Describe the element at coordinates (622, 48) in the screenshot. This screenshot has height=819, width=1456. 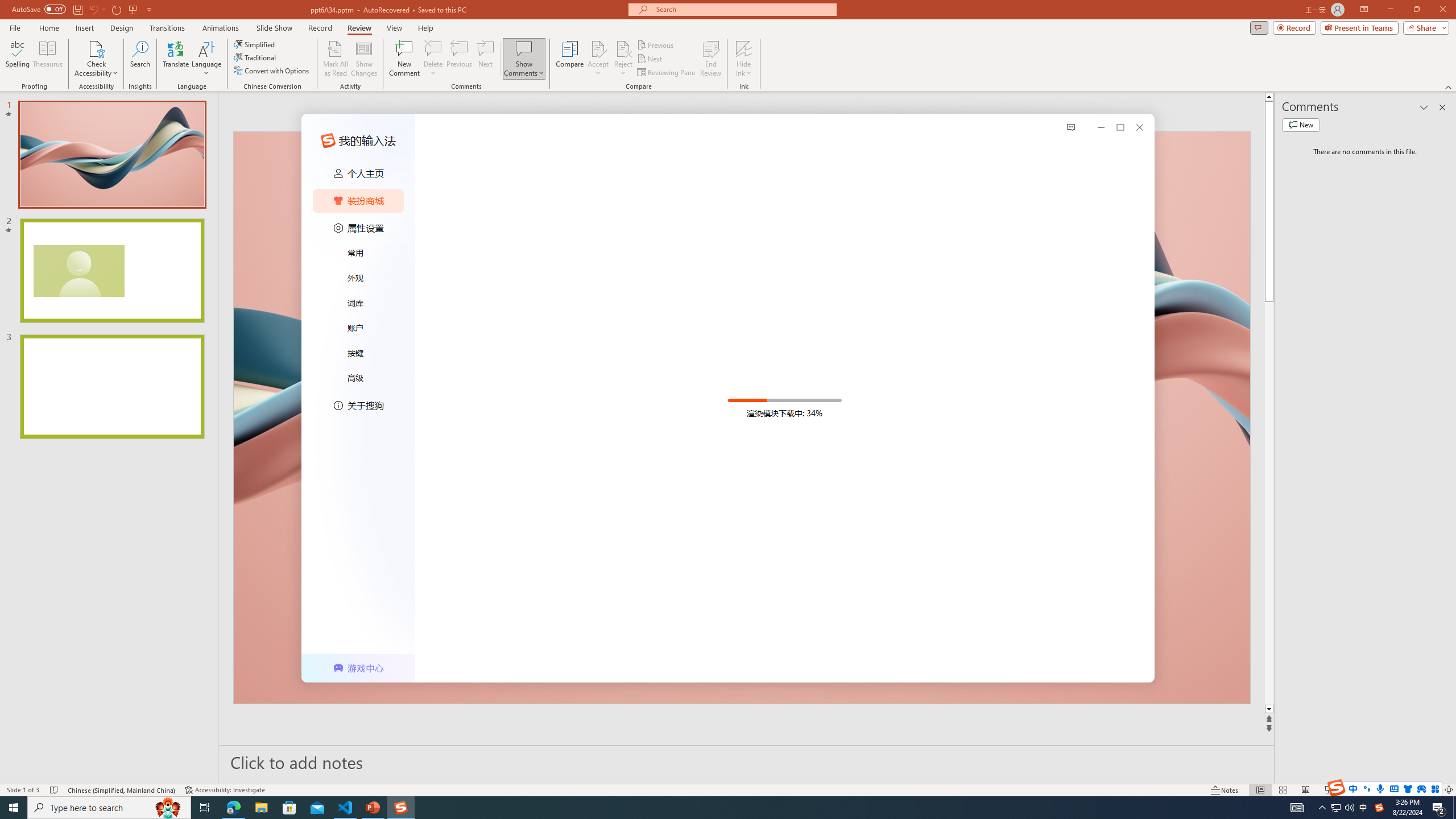
I see `'Reject Change'` at that location.